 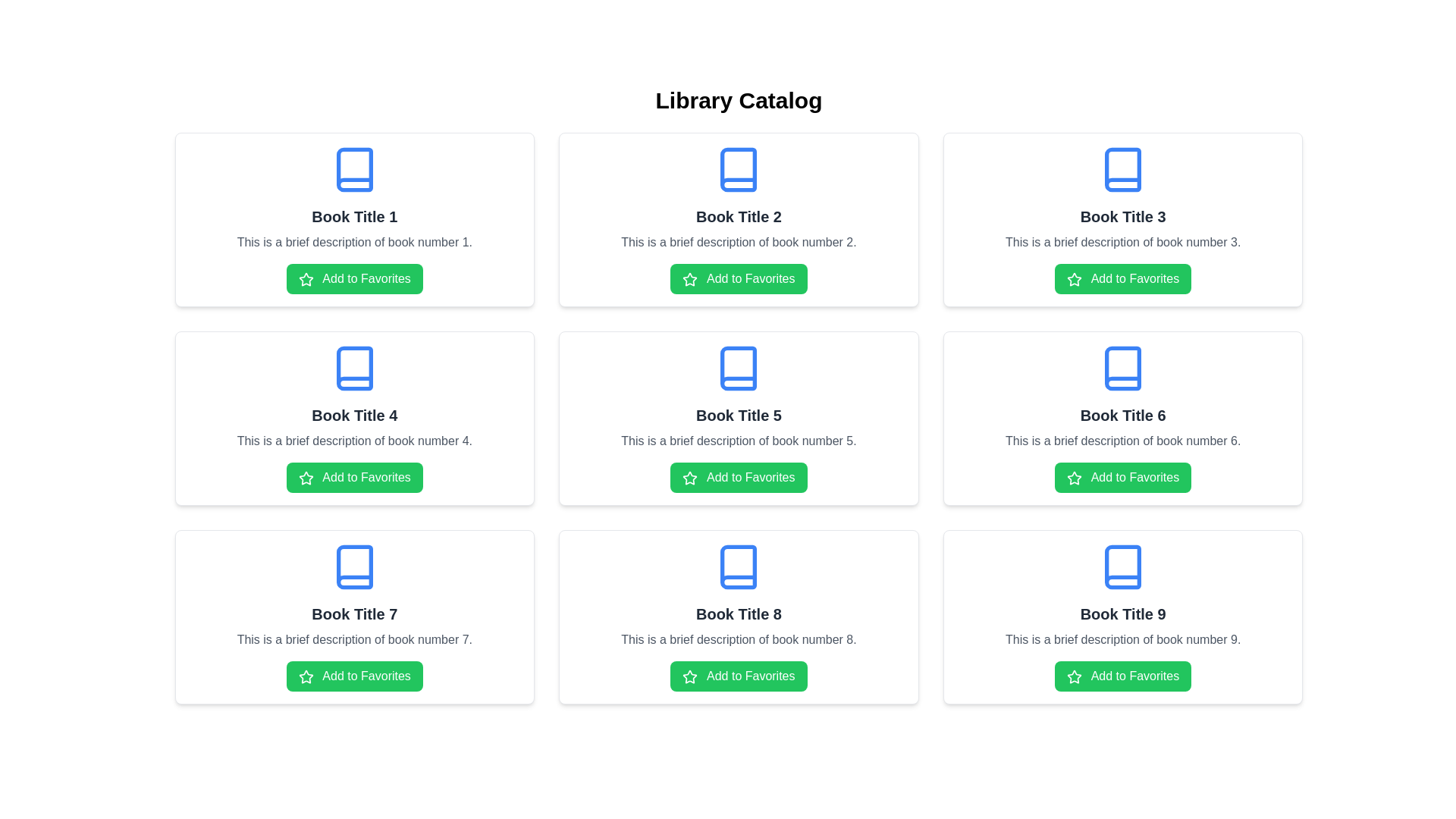 I want to click on the button, so click(x=1123, y=476).